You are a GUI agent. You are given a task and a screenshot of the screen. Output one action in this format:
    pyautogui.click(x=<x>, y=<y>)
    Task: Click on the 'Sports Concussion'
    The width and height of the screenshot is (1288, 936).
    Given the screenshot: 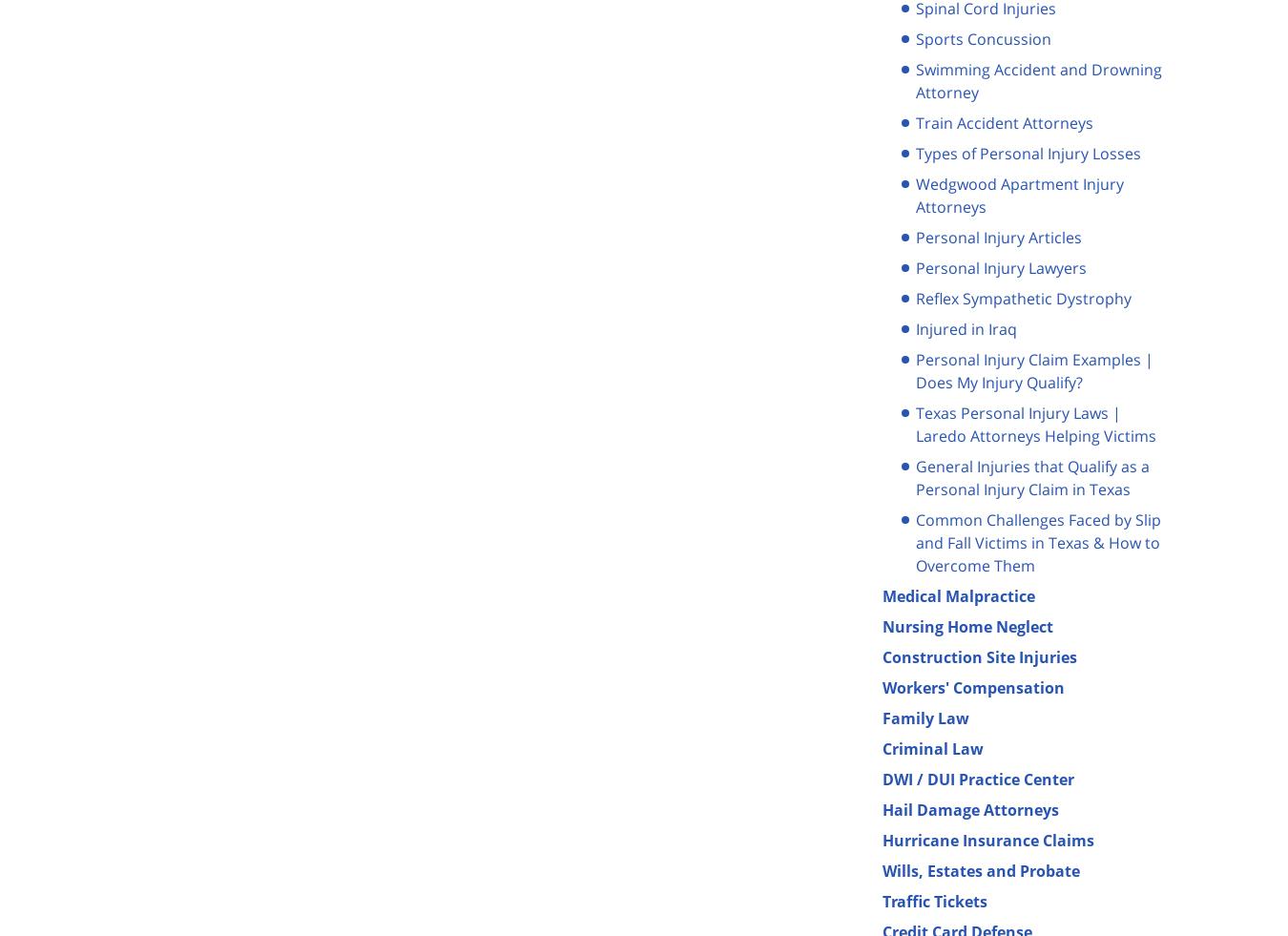 What is the action you would take?
    pyautogui.click(x=983, y=37)
    